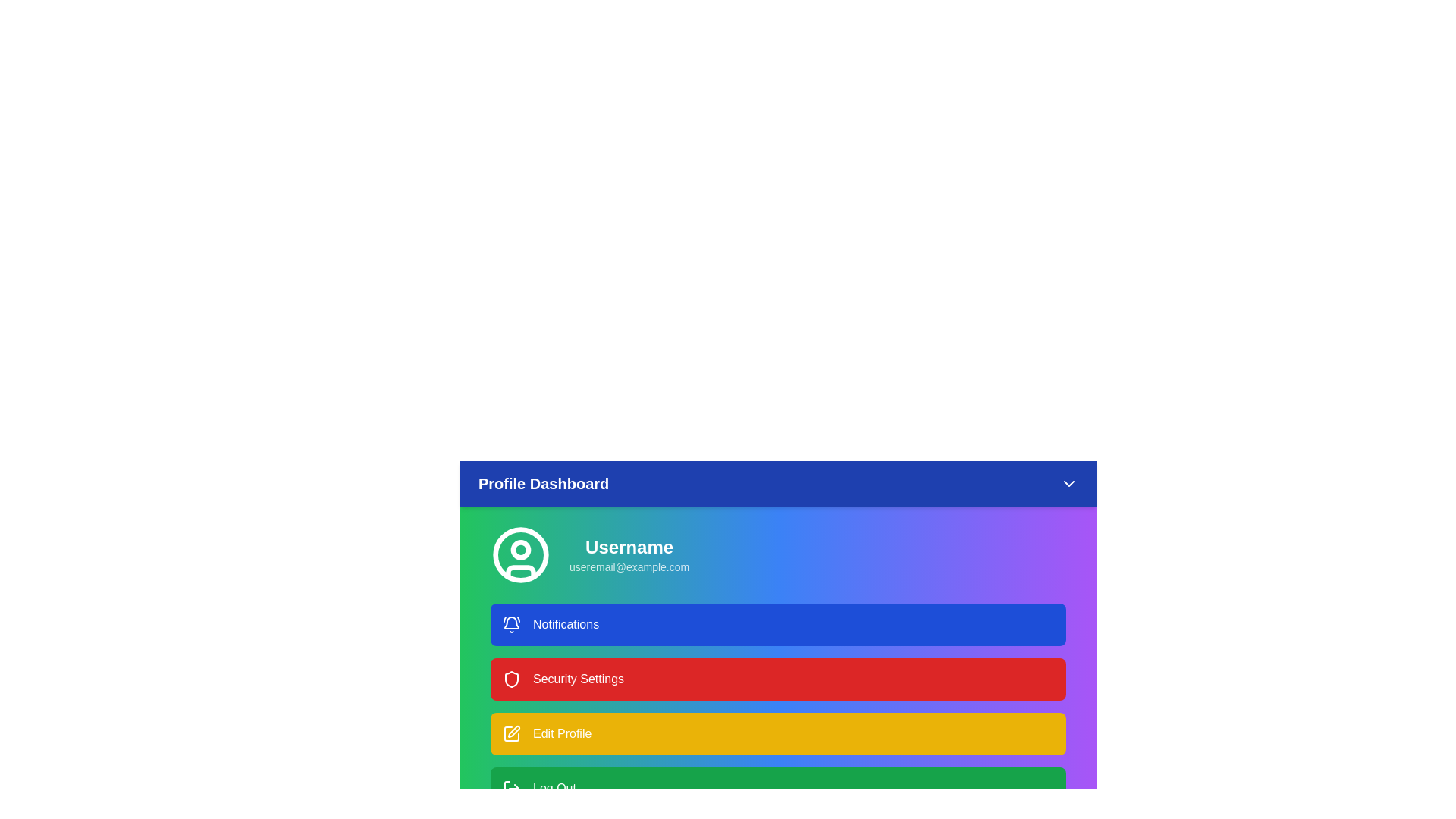 This screenshot has width=1456, height=819. Describe the element at coordinates (778, 733) in the screenshot. I see `'Edit Profile' menu item` at that location.